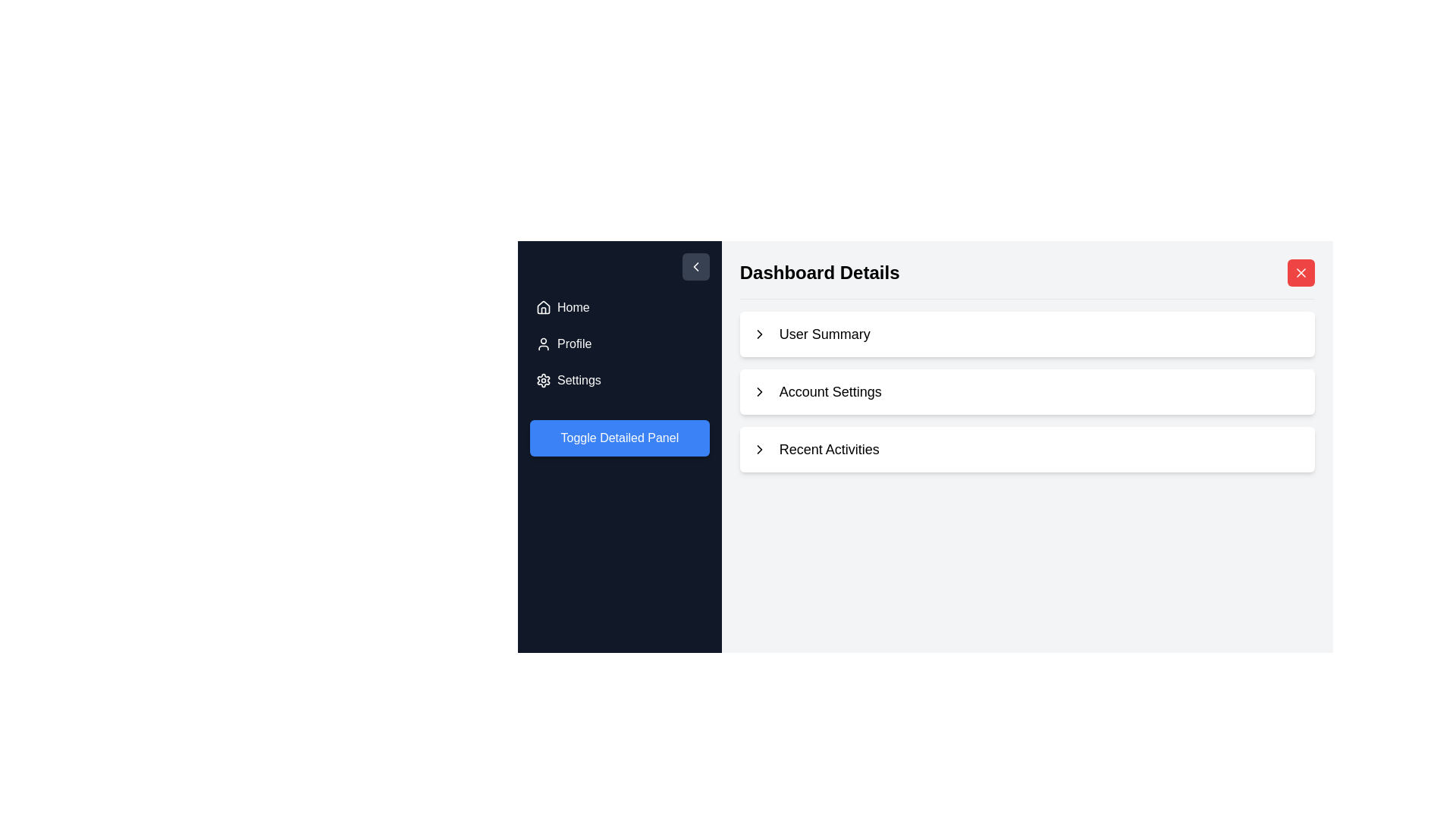 The width and height of the screenshot is (1456, 819). Describe the element at coordinates (759, 391) in the screenshot. I see `the collapsible icon for the 'Account Settings' entry in the Dashboard Details panel` at that location.